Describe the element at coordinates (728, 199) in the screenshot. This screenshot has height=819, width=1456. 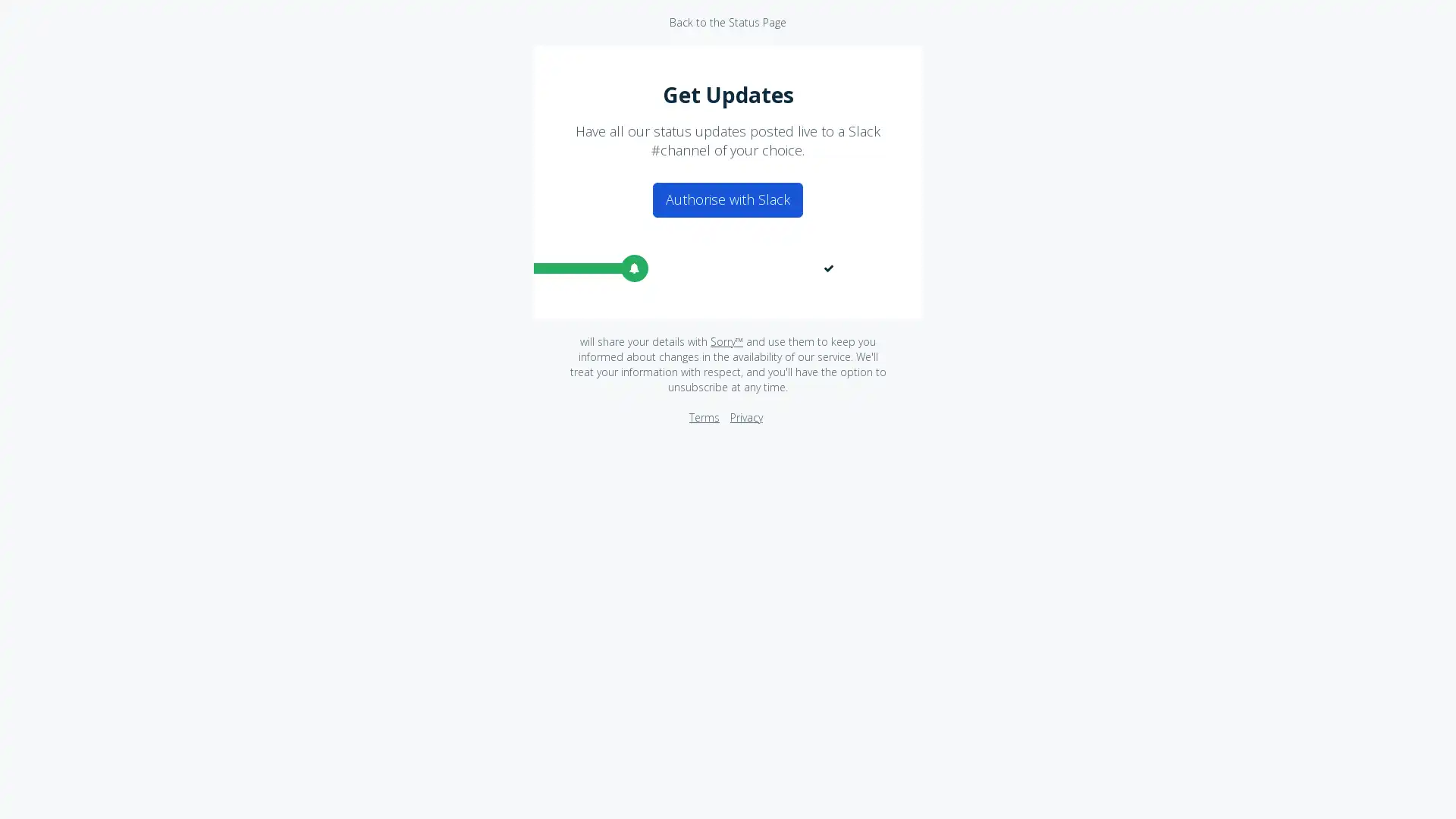
I see `Authorise with Slack` at that location.